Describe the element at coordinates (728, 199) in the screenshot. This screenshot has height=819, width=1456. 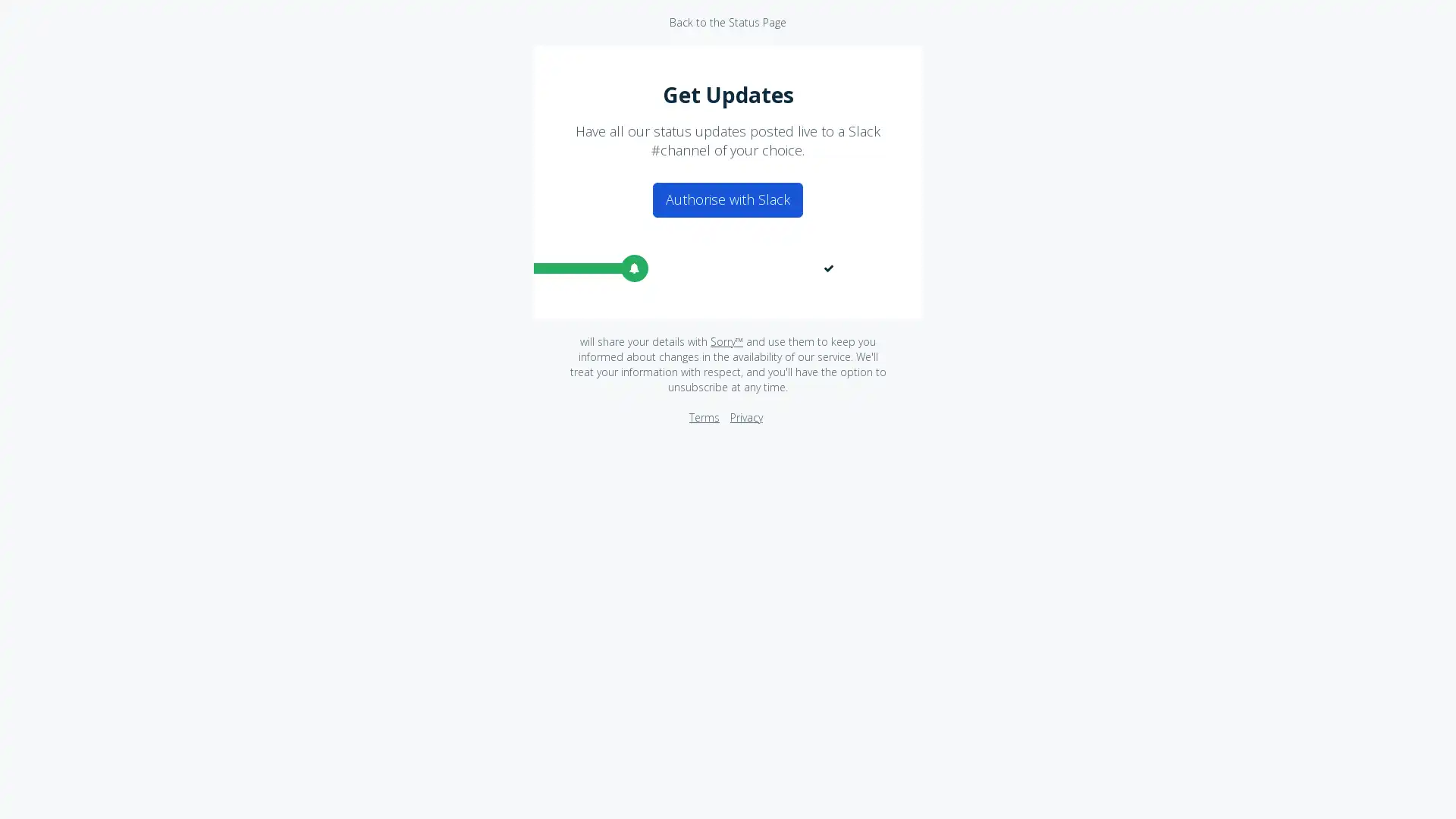
I see `Authorise with Slack` at that location.